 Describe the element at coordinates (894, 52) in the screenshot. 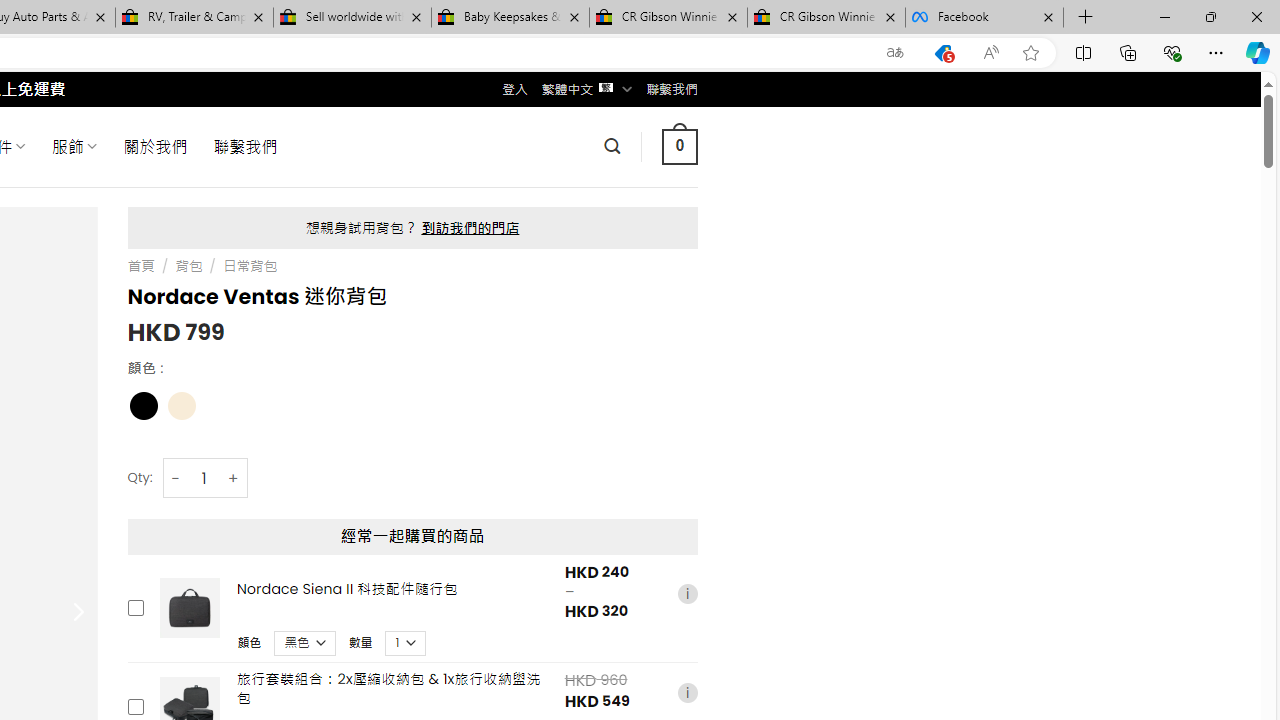

I see `'Show translate options'` at that location.